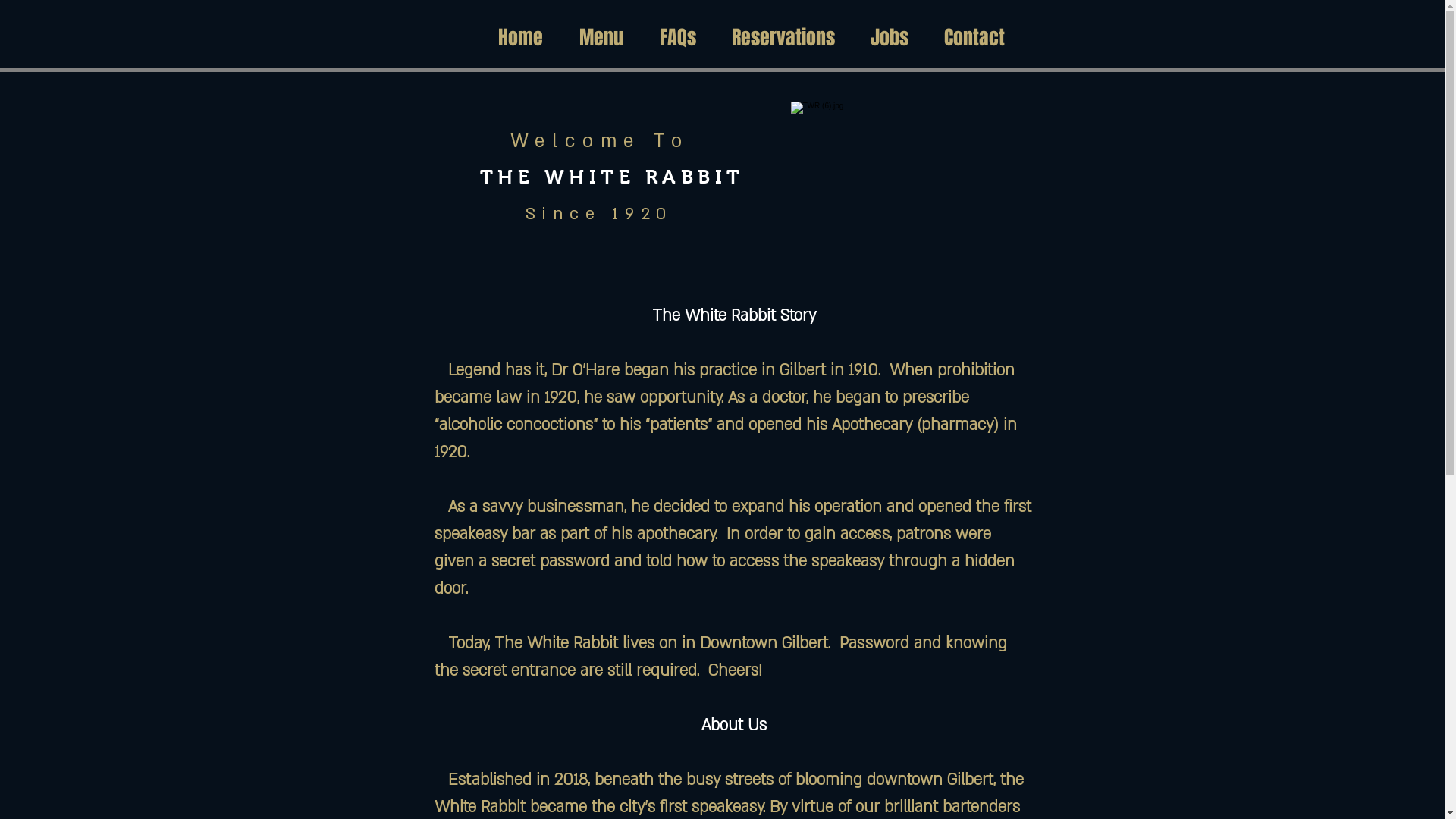 This screenshot has width=1456, height=819. What do you see at coordinates (889, 37) in the screenshot?
I see `'Jobs'` at bounding box center [889, 37].